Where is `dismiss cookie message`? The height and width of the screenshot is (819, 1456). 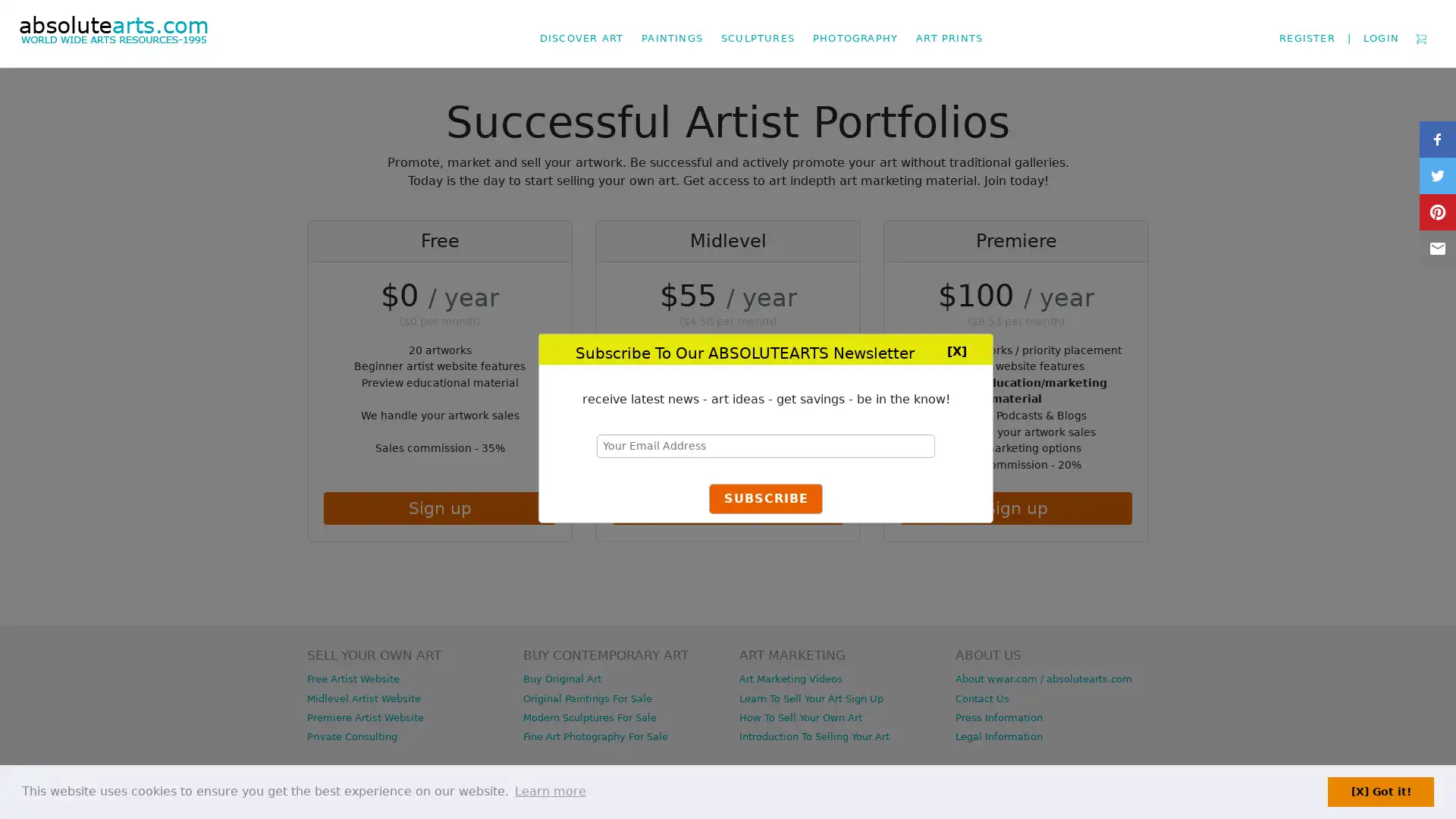 dismiss cookie message is located at coordinates (1380, 791).